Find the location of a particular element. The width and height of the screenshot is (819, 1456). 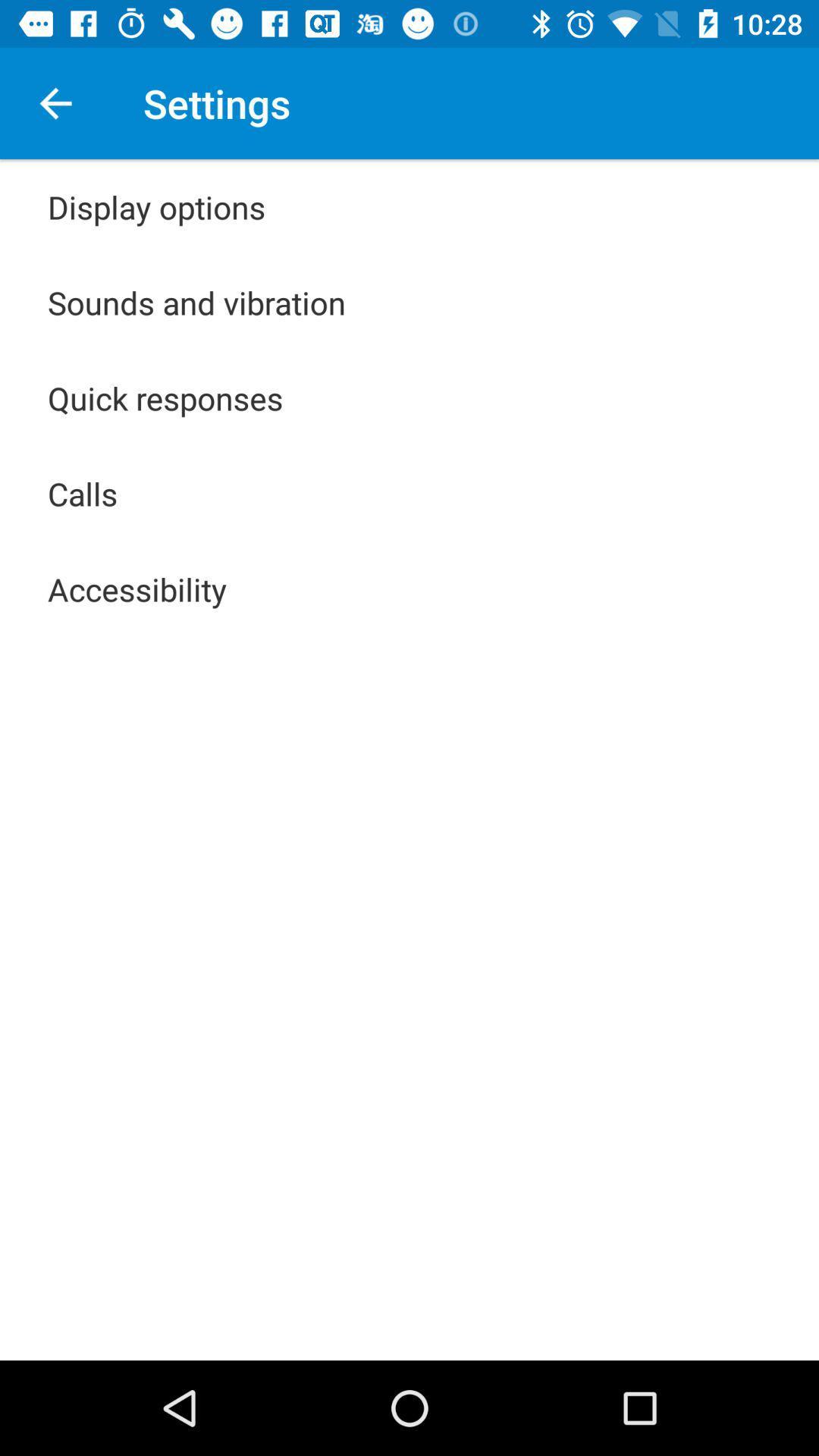

item above the quick responses item is located at coordinates (196, 302).